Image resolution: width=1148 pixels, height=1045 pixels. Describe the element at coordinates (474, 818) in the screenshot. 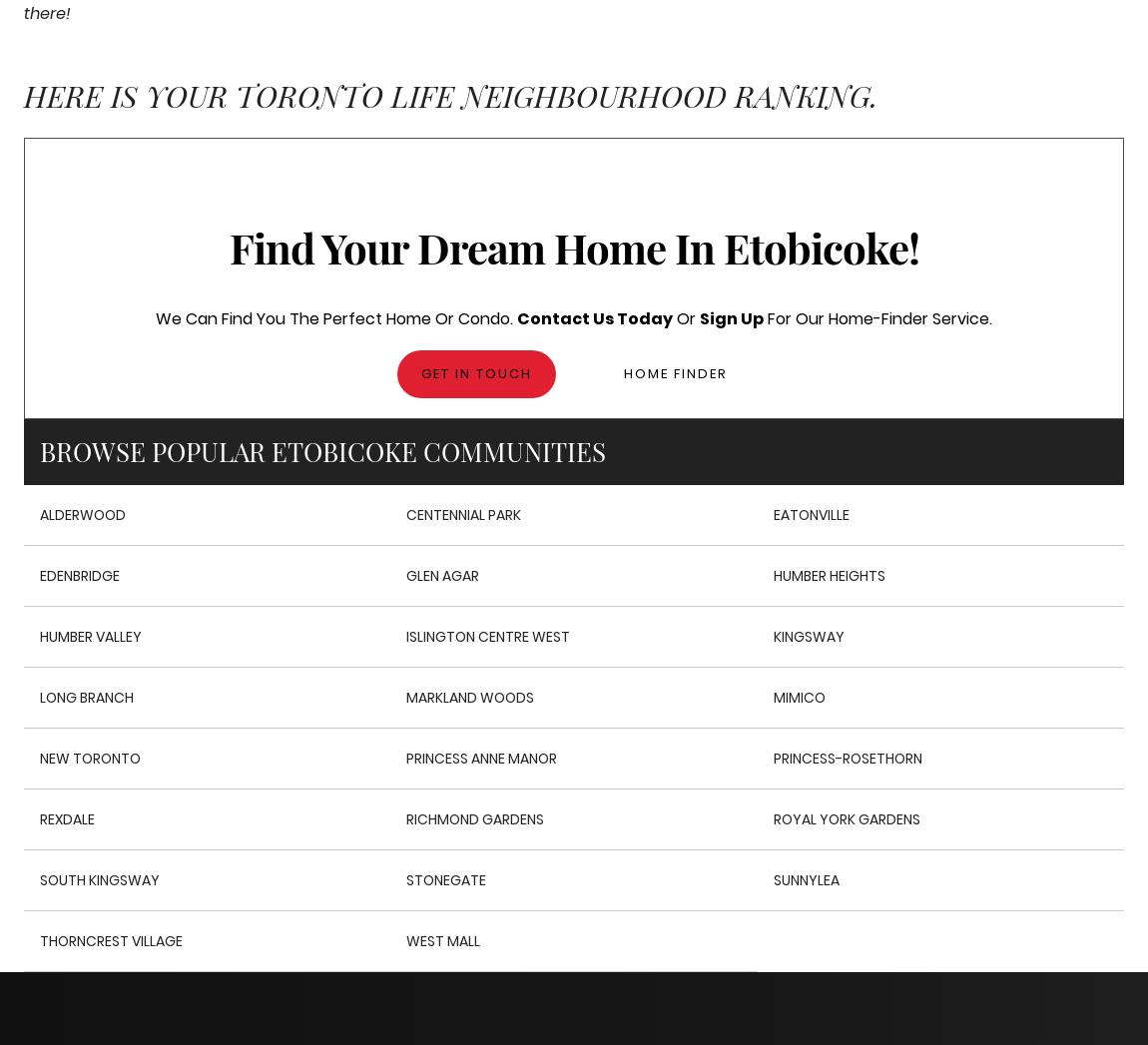

I see `'Richmond Gardens'` at that location.